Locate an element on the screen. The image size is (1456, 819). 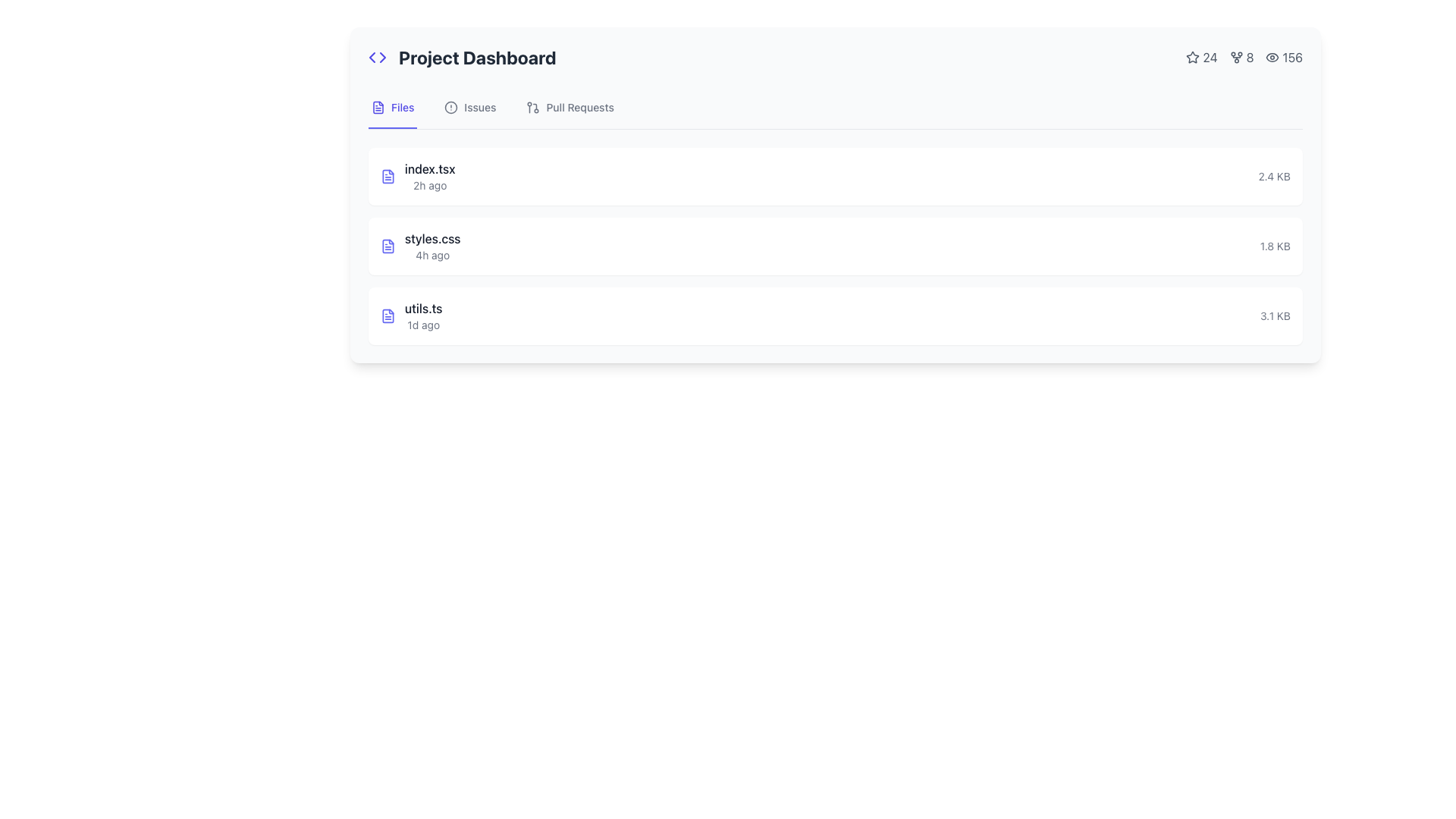
the number '156' displayed with the eye icon located in the top-right corner of the interface, specifically the third element in a horizontal group of similar numerical displays is located at coordinates (1283, 57).